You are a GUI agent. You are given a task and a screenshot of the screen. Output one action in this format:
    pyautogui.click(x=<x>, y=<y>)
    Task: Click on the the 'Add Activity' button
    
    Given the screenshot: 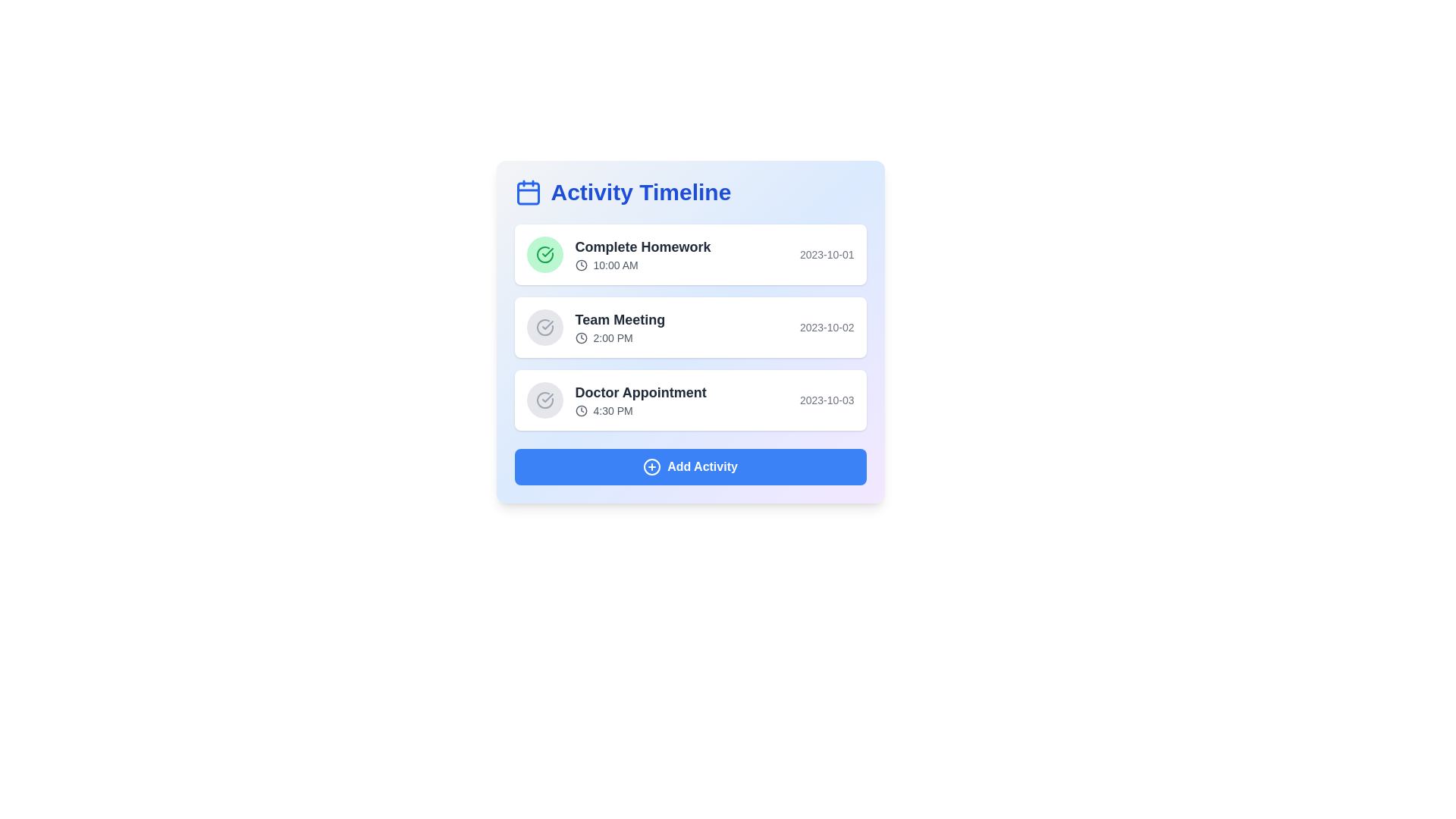 What is the action you would take?
    pyautogui.click(x=689, y=466)
    